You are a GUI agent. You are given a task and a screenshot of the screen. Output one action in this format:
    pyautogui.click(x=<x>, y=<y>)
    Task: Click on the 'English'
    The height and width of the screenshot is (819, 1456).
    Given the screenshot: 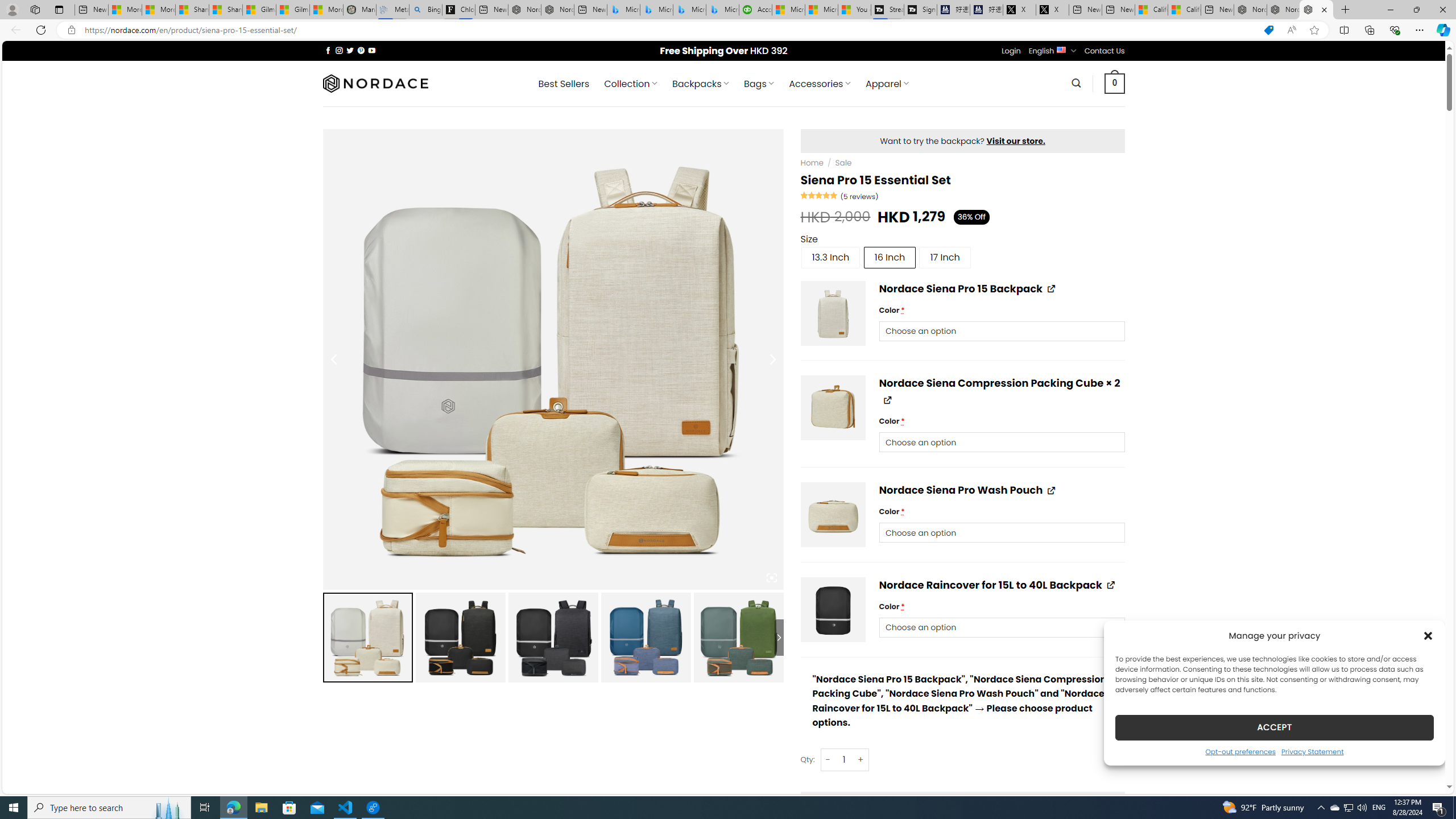 What is the action you would take?
    pyautogui.click(x=1061, y=49)
    